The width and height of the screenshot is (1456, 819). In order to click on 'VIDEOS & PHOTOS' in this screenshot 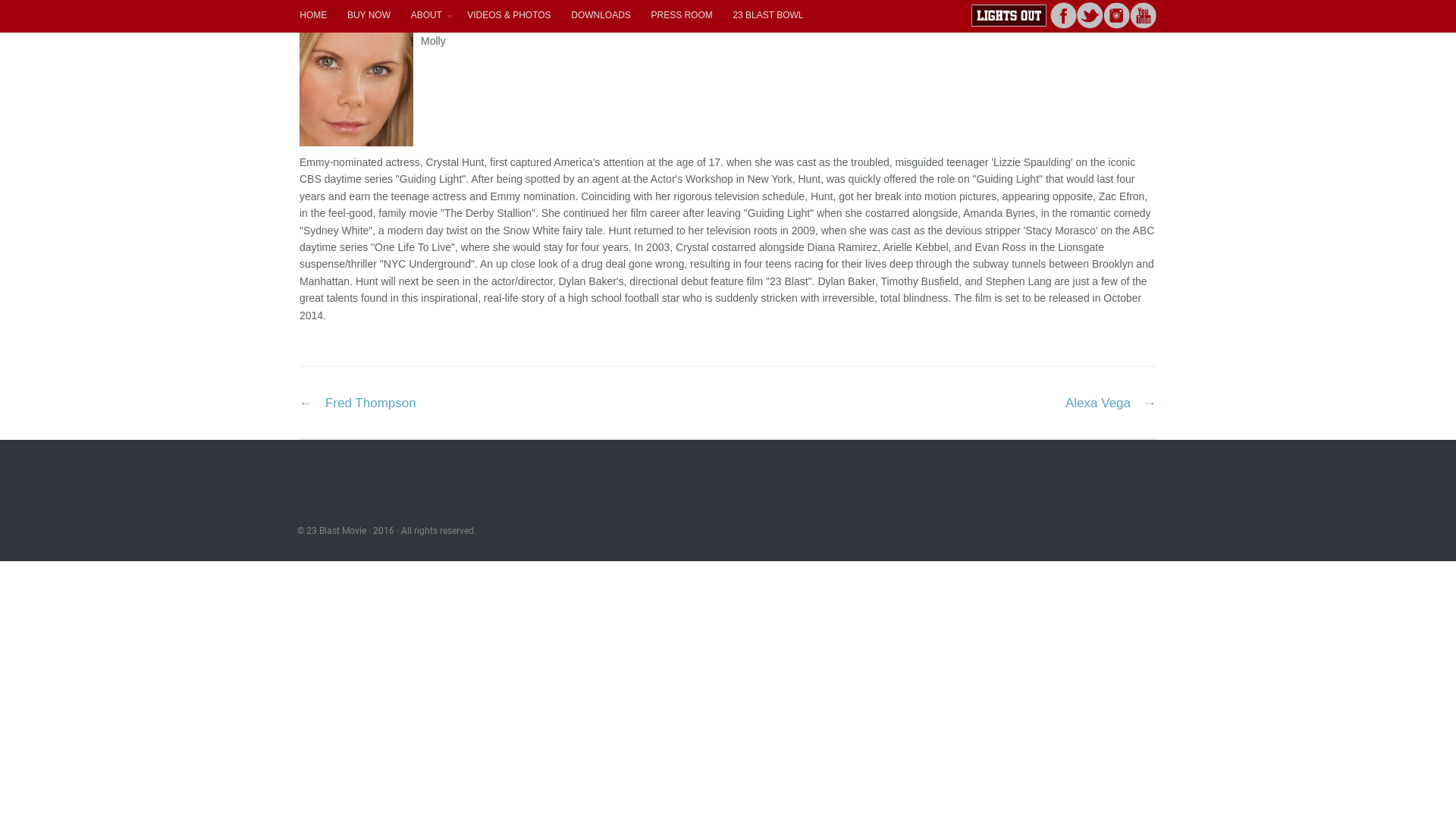, I will do `click(509, 14)`.